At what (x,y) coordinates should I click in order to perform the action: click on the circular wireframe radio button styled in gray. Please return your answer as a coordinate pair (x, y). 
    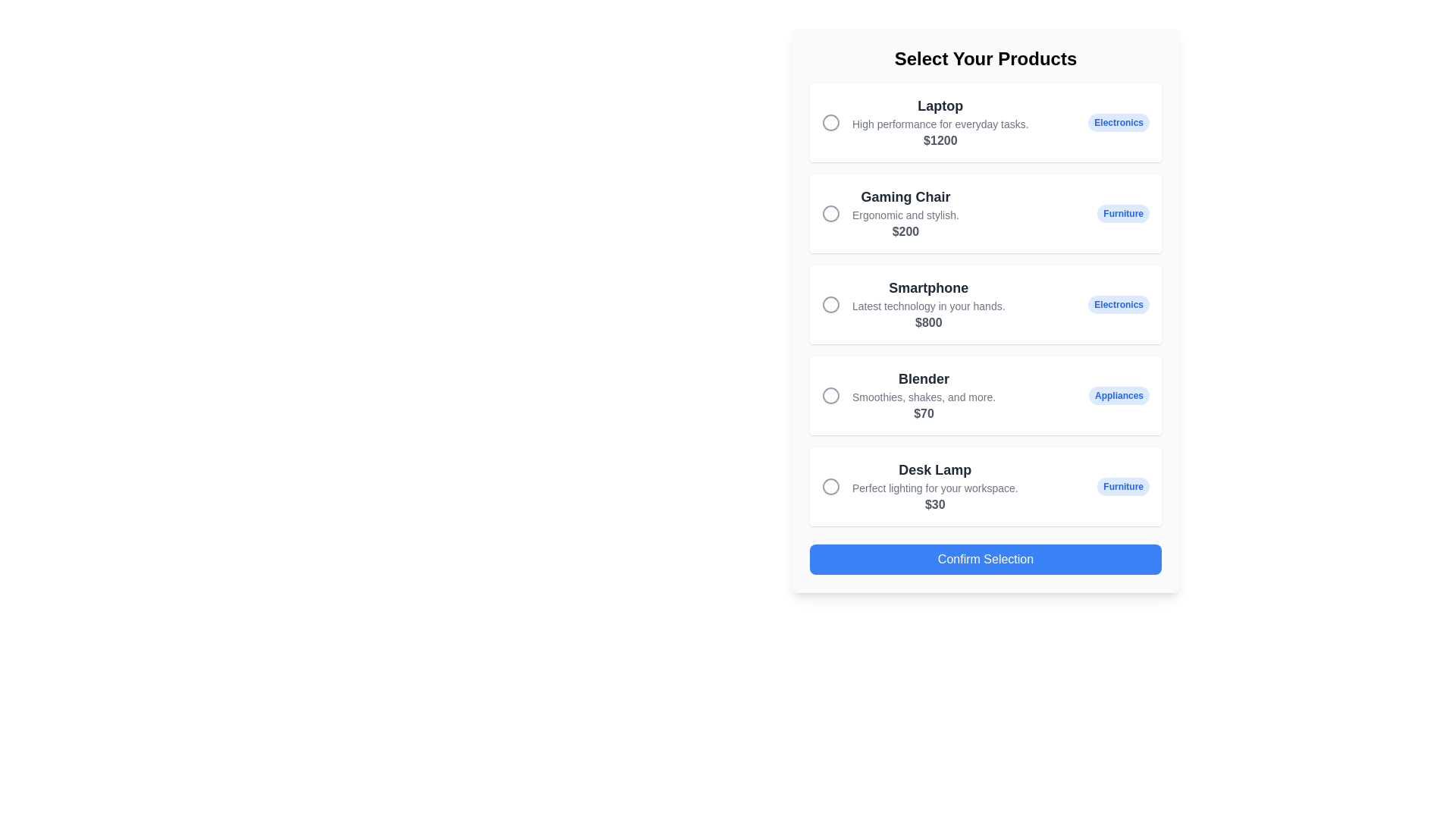
    Looking at the image, I should click on (830, 304).